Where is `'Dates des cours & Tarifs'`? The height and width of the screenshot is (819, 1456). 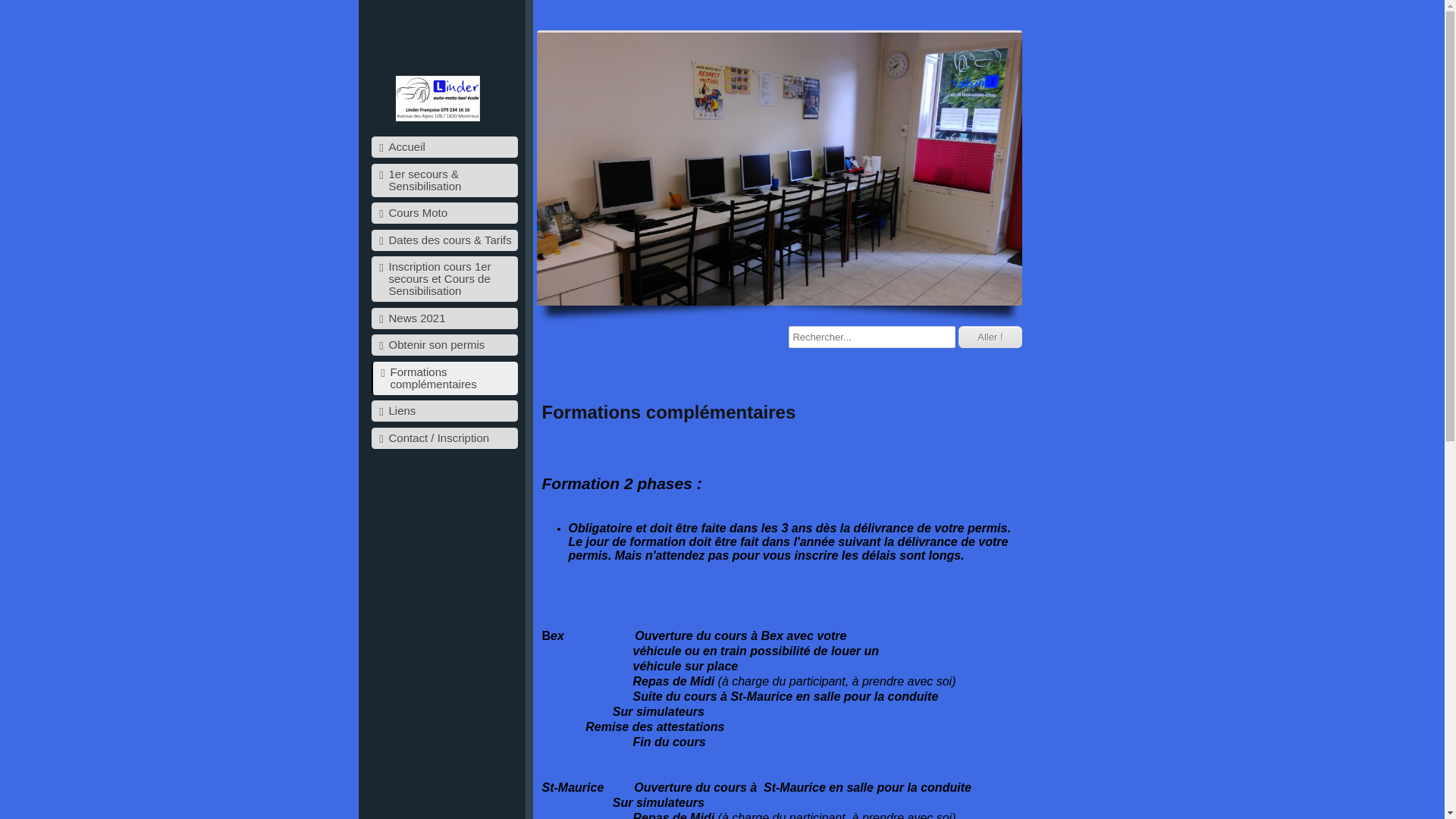
'Dates des cours & Tarifs' is located at coordinates (444, 239).